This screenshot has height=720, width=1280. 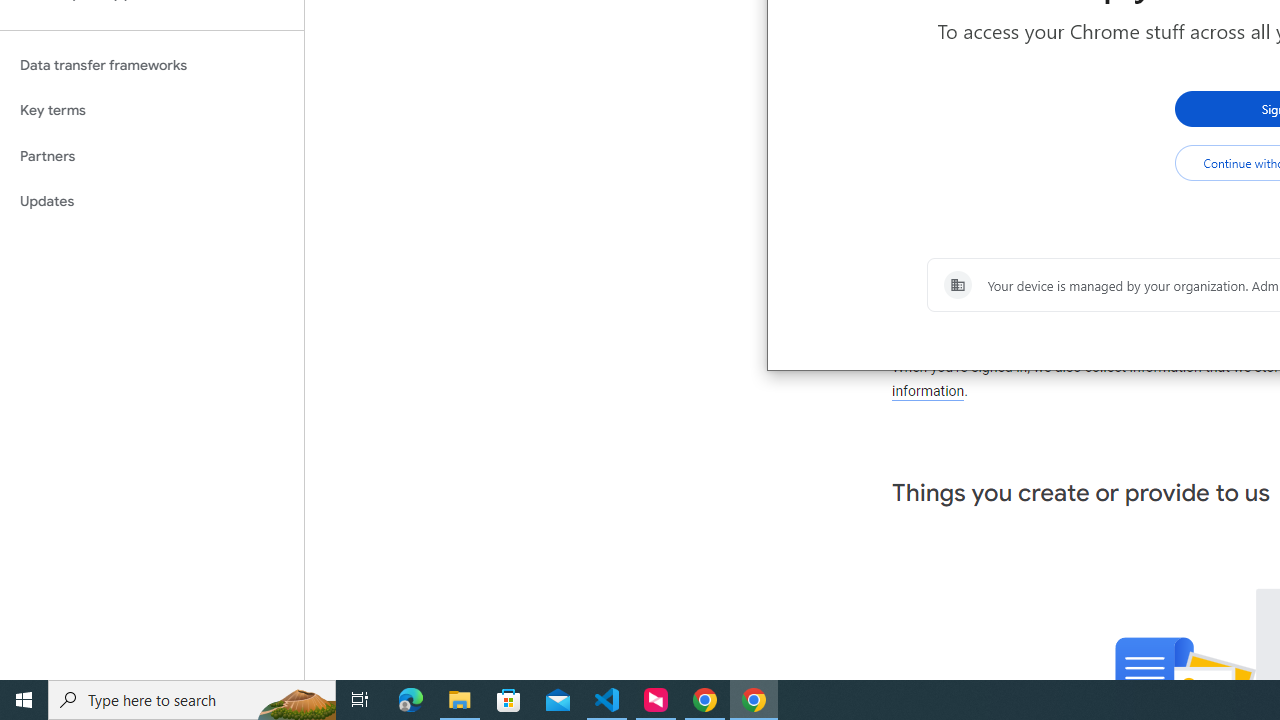 What do you see at coordinates (359, 698) in the screenshot?
I see `'Task View'` at bounding box center [359, 698].